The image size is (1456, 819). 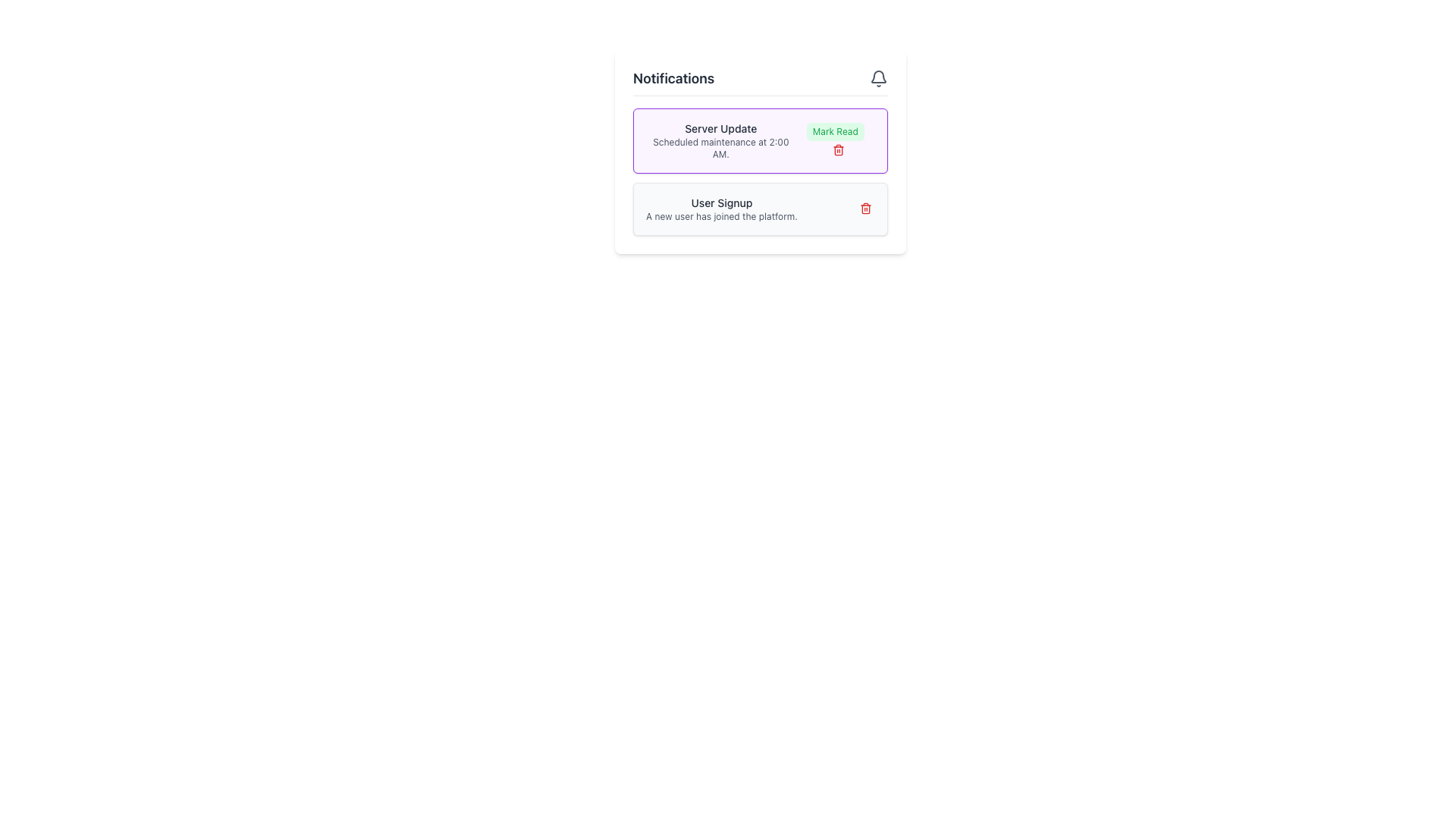 I want to click on the delete button located, so click(x=862, y=209).